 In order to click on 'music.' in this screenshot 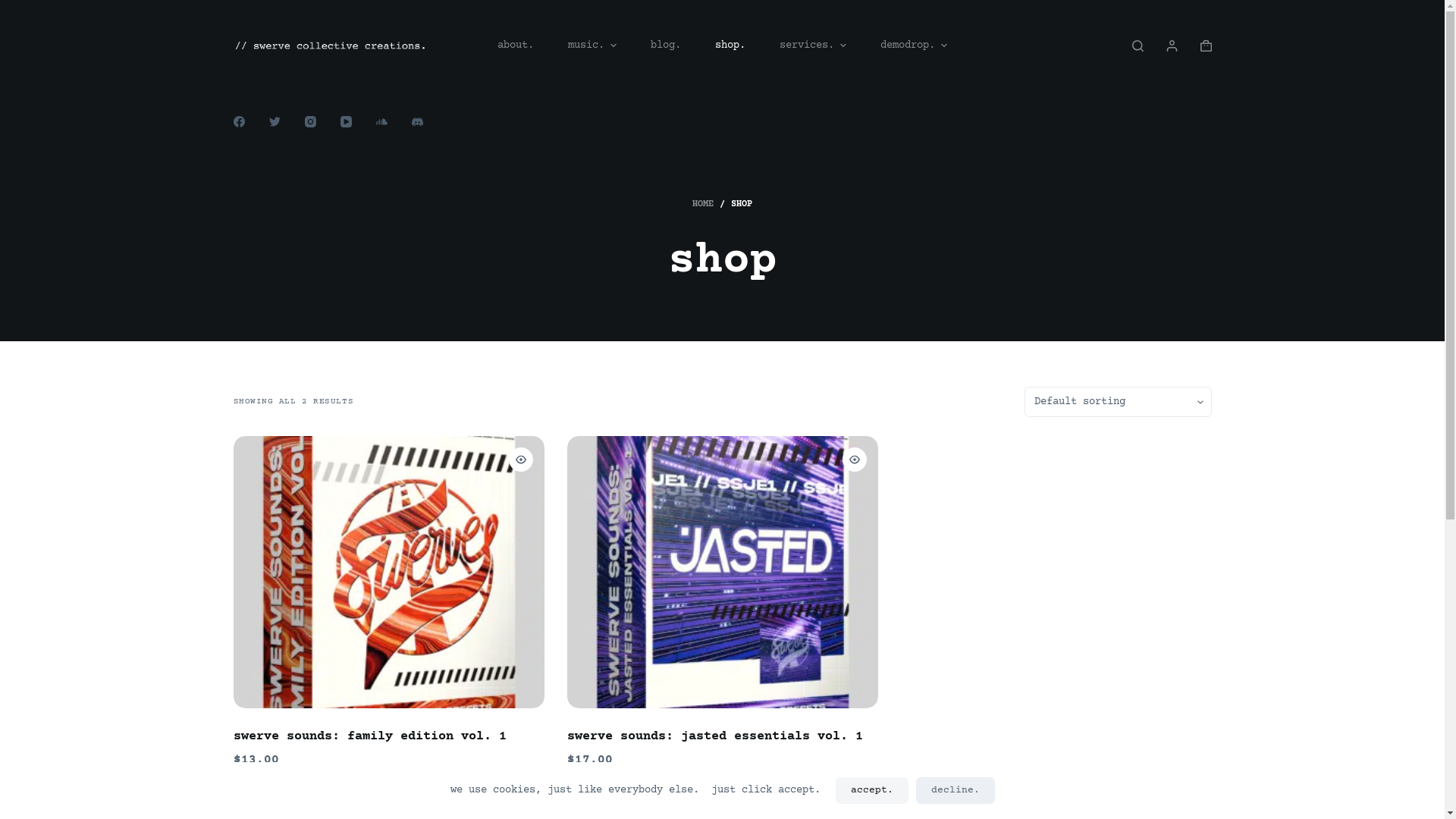, I will do `click(591, 45)`.